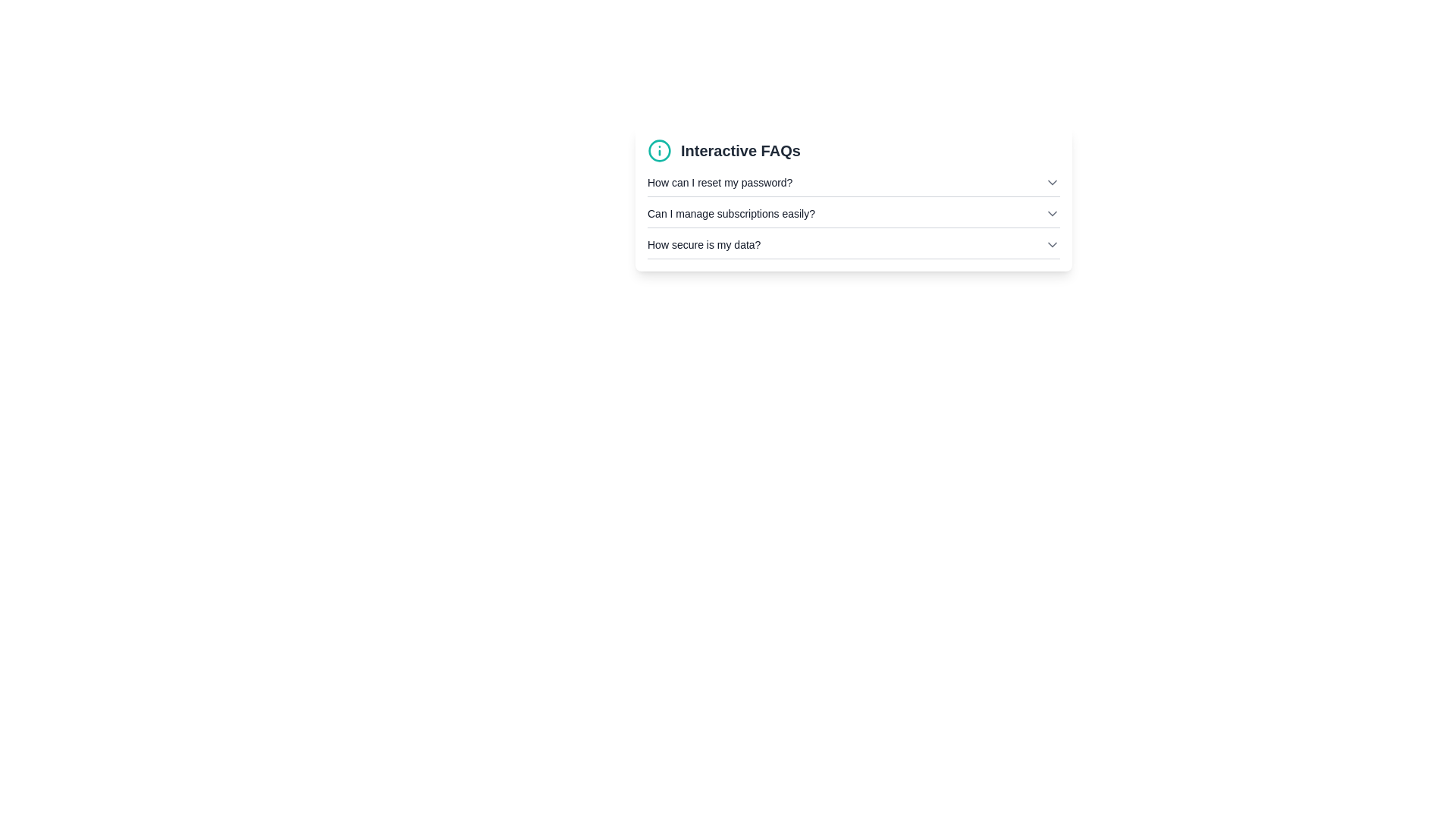  I want to click on the FAQ entry titled 'How secure is my data?', so click(854, 247).